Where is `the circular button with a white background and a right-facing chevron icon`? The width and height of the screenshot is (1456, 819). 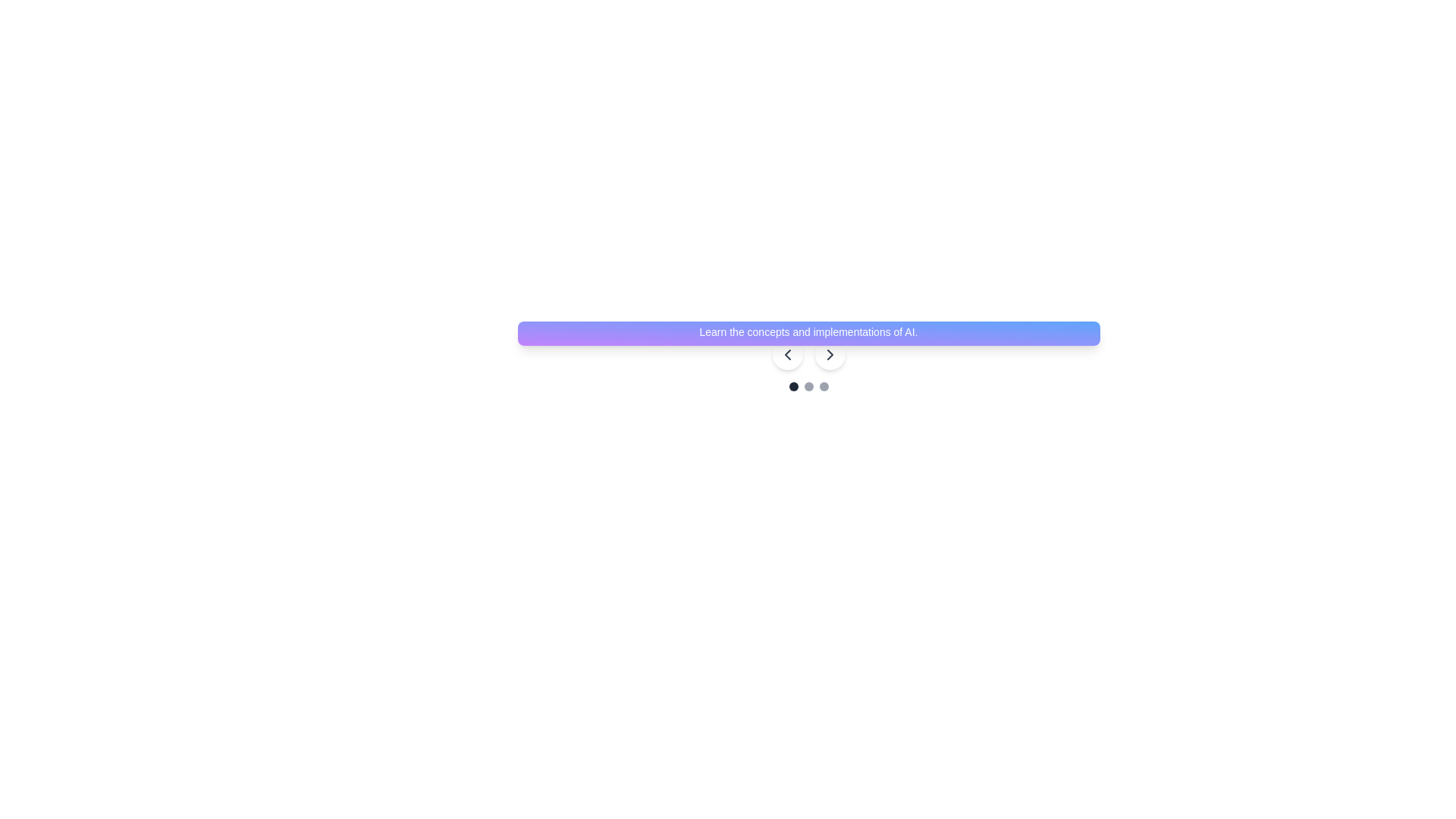 the circular button with a white background and a right-facing chevron icon is located at coordinates (829, 354).